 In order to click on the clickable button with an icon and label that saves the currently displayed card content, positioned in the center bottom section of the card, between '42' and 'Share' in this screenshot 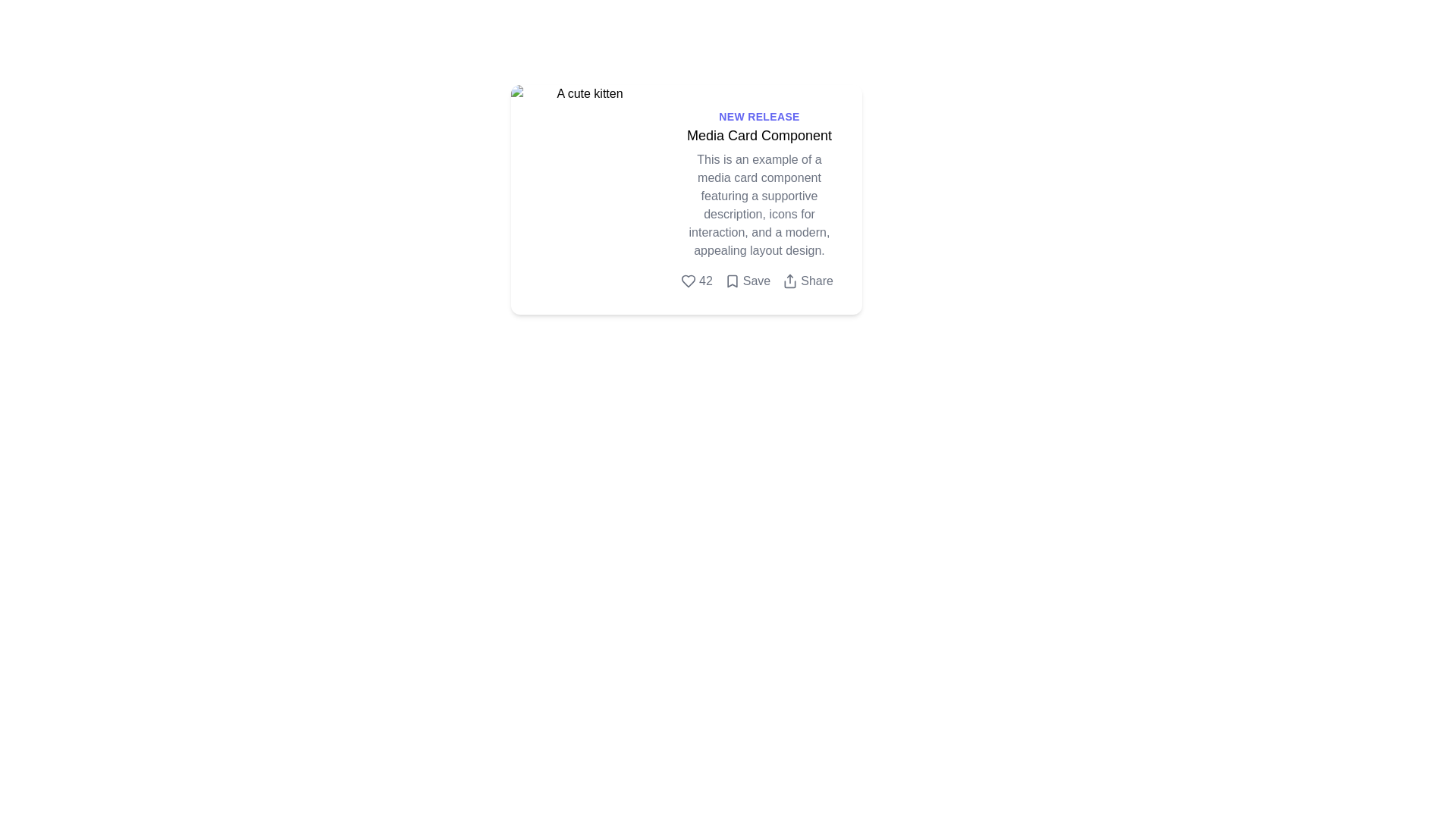, I will do `click(748, 281)`.